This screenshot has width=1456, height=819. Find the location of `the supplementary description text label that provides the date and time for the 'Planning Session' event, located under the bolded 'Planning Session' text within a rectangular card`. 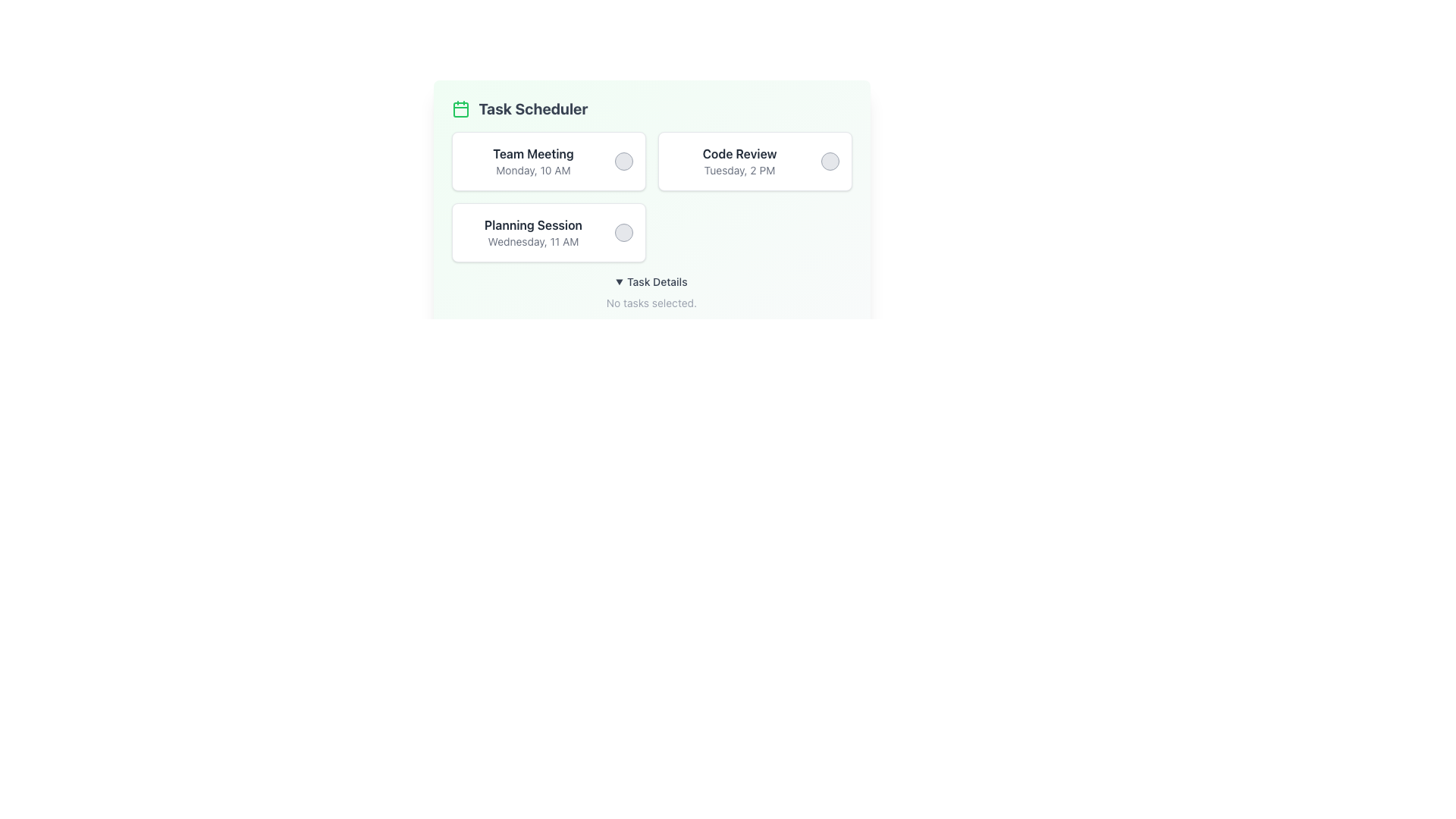

the supplementary description text label that provides the date and time for the 'Planning Session' event, located under the bolded 'Planning Session' text within a rectangular card is located at coordinates (533, 241).